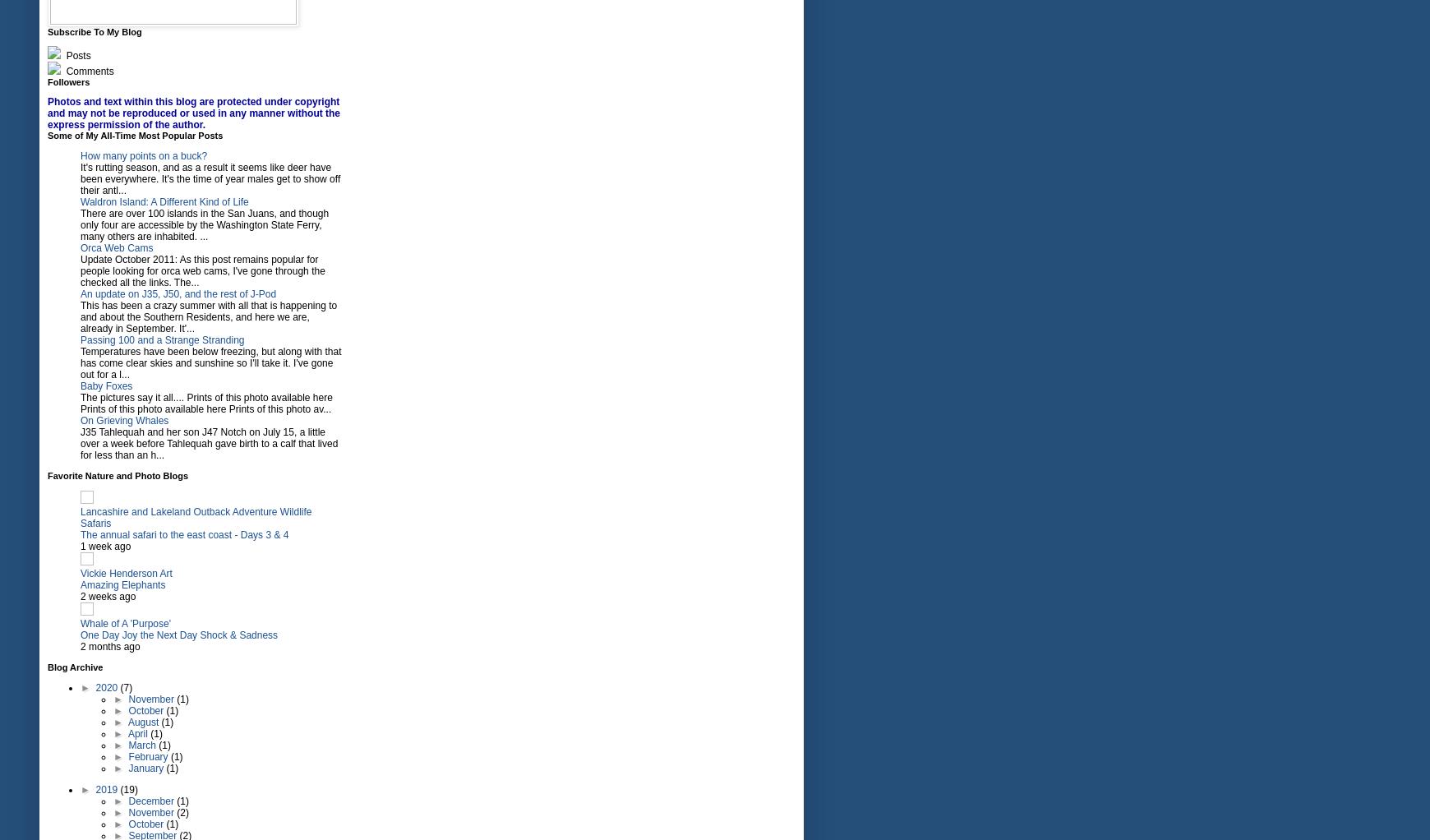 The height and width of the screenshot is (840, 1430). Describe the element at coordinates (79, 403) in the screenshot. I see `'The pictures say it all....     Prints of this photo available here     Prints of this photo available here          Prints of this photo av...'` at that location.